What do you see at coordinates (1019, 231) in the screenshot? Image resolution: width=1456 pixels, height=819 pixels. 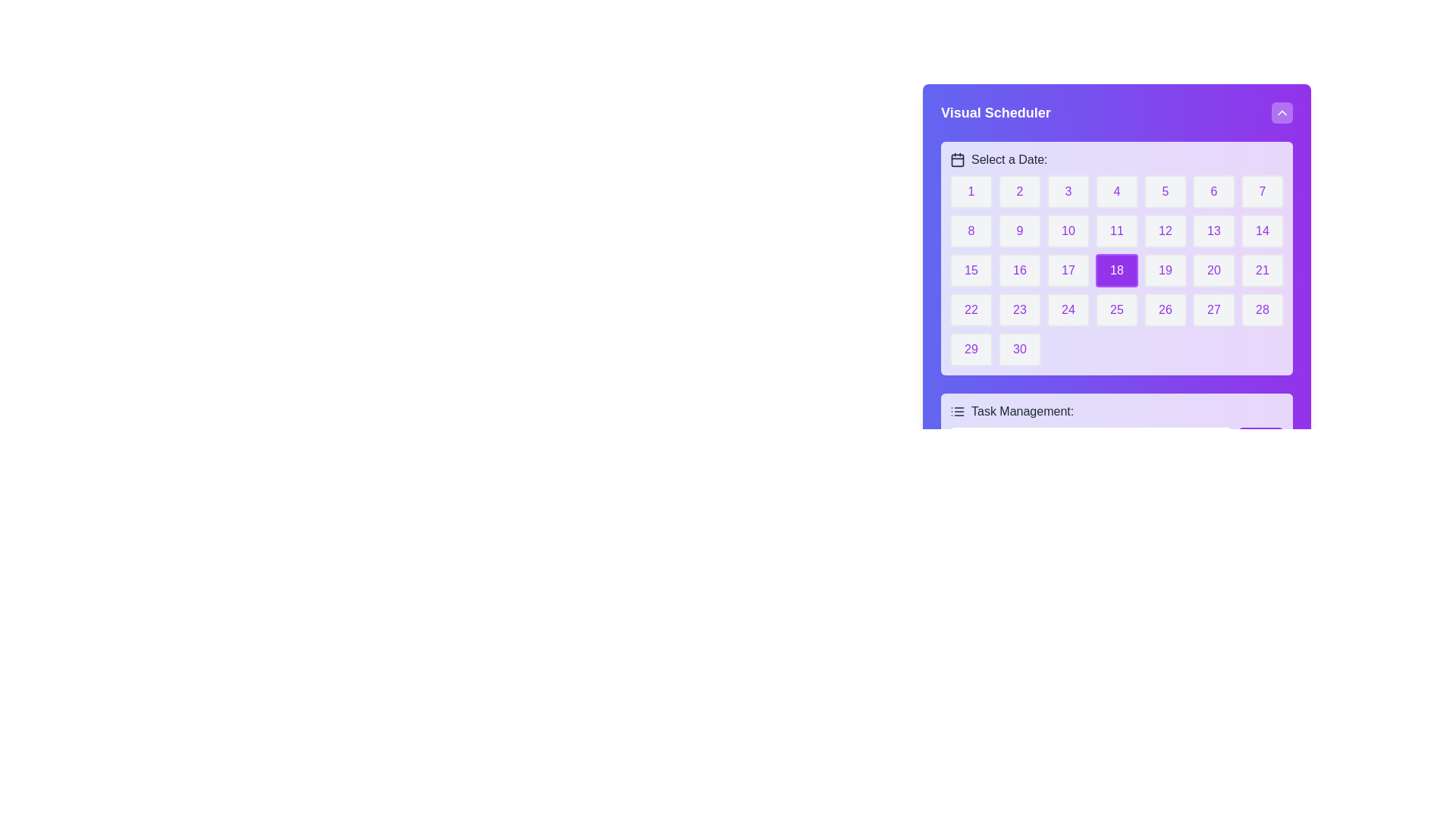 I see `the selectable button located in the second row and second column of the calendar widget under 'Select a Date'` at bounding box center [1019, 231].